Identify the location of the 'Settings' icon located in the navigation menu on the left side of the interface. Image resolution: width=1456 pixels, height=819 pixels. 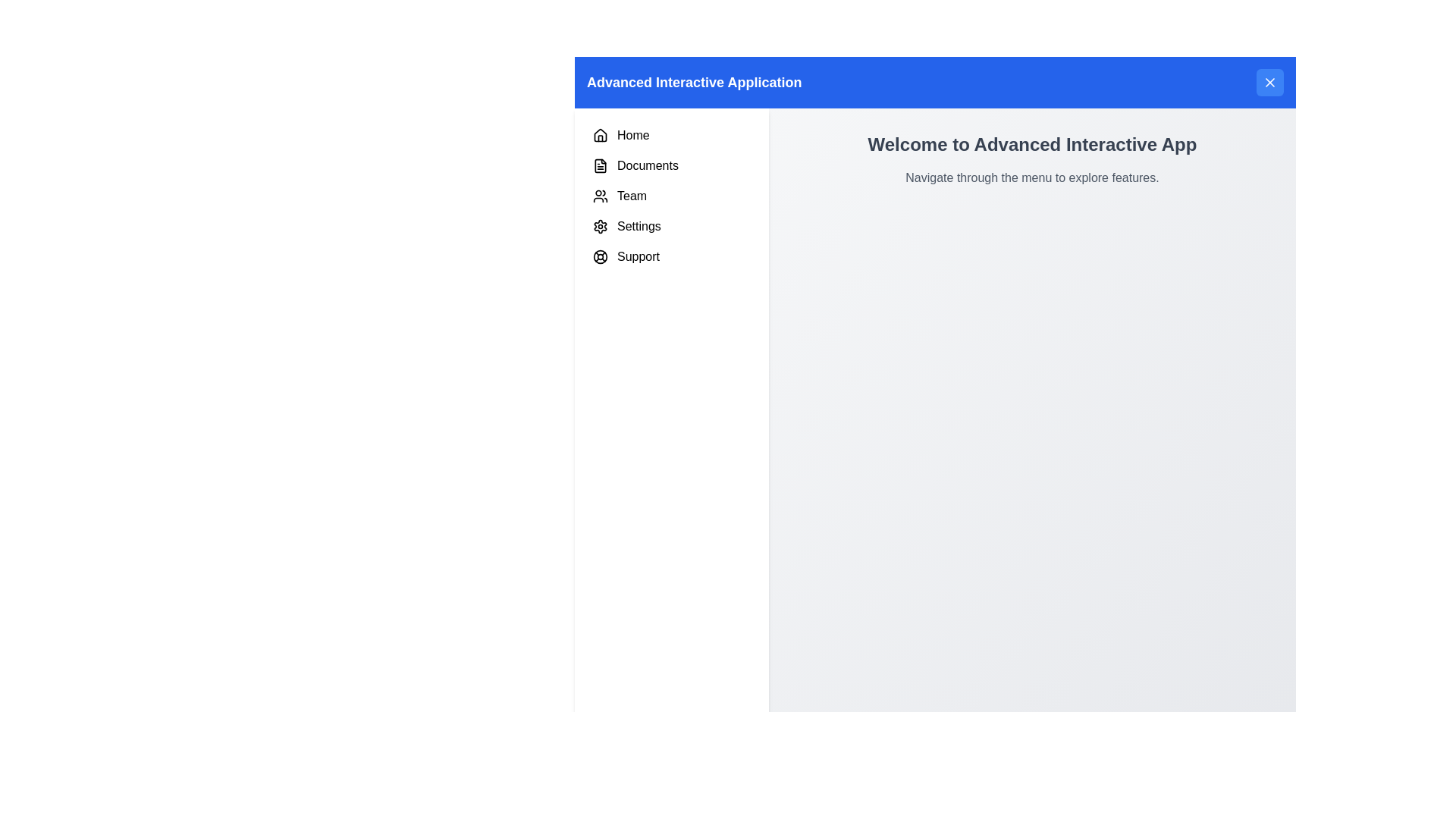
(600, 227).